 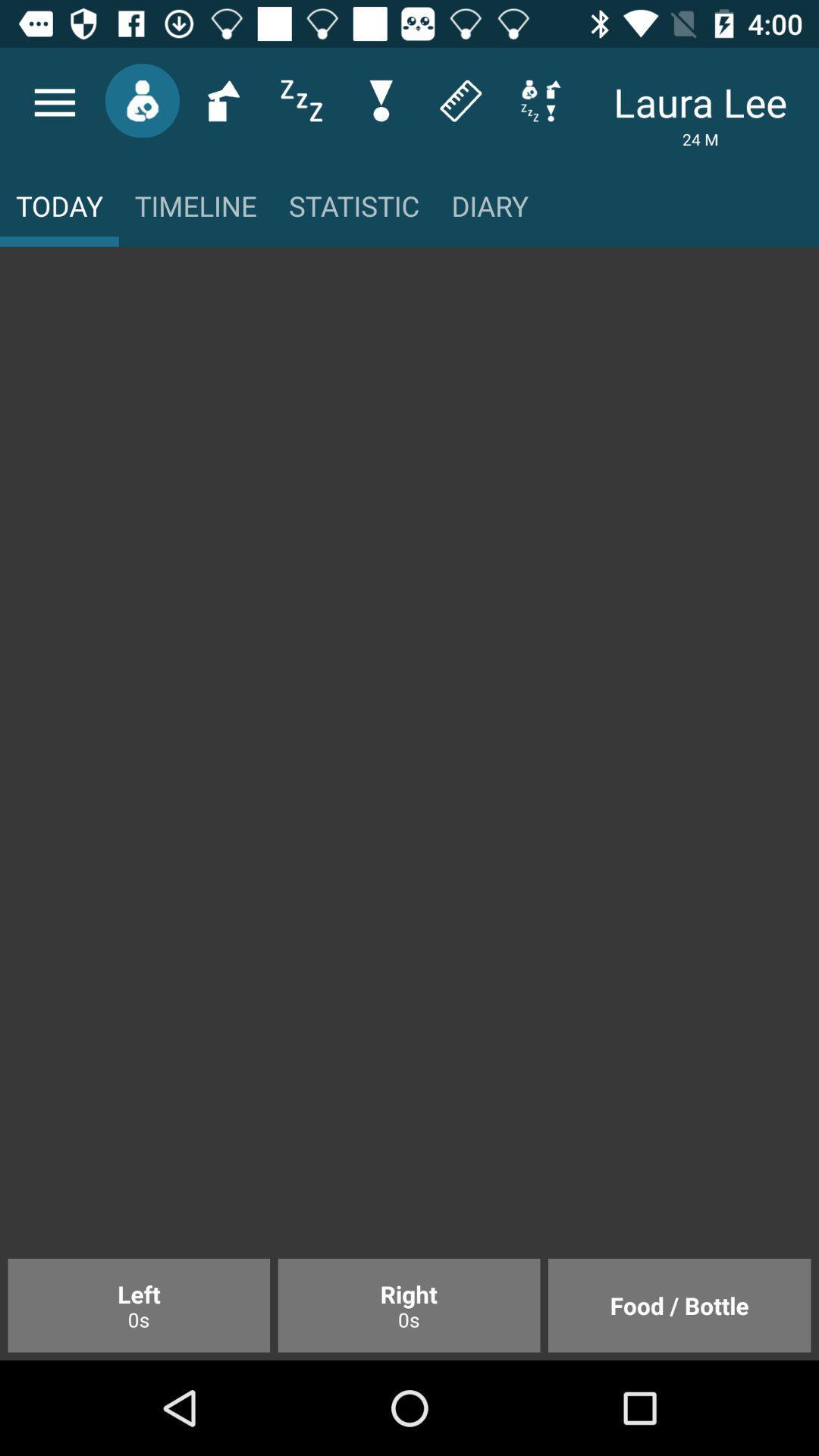 What do you see at coordinates (142, 99) in the screenshot?
I see `the avatar icon` at bounding box center [142, 99].